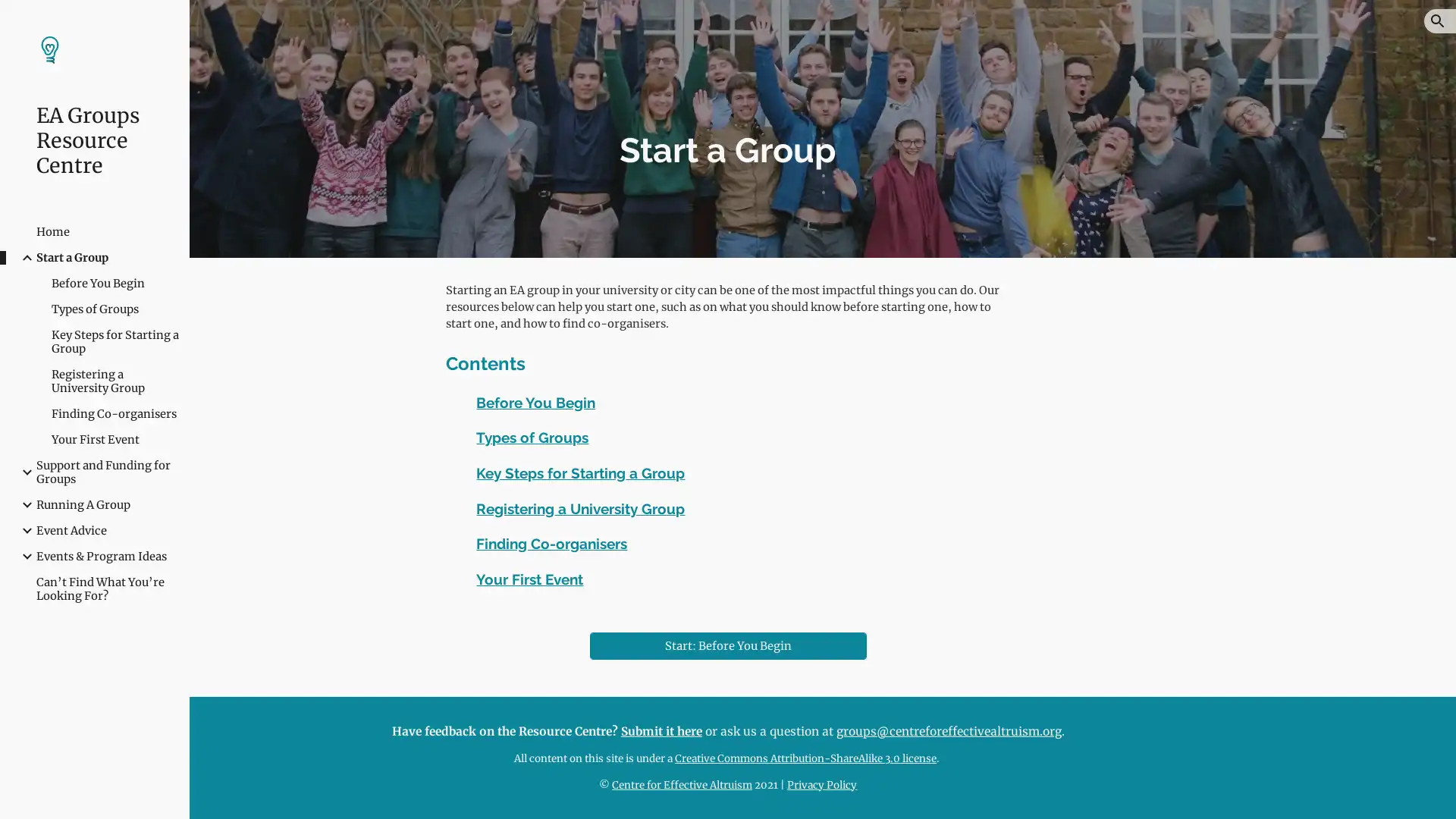  What do you see at coordinates (699, 438) in the screenshot?
I see `Copy heading link` at bounding box center [699, 438].